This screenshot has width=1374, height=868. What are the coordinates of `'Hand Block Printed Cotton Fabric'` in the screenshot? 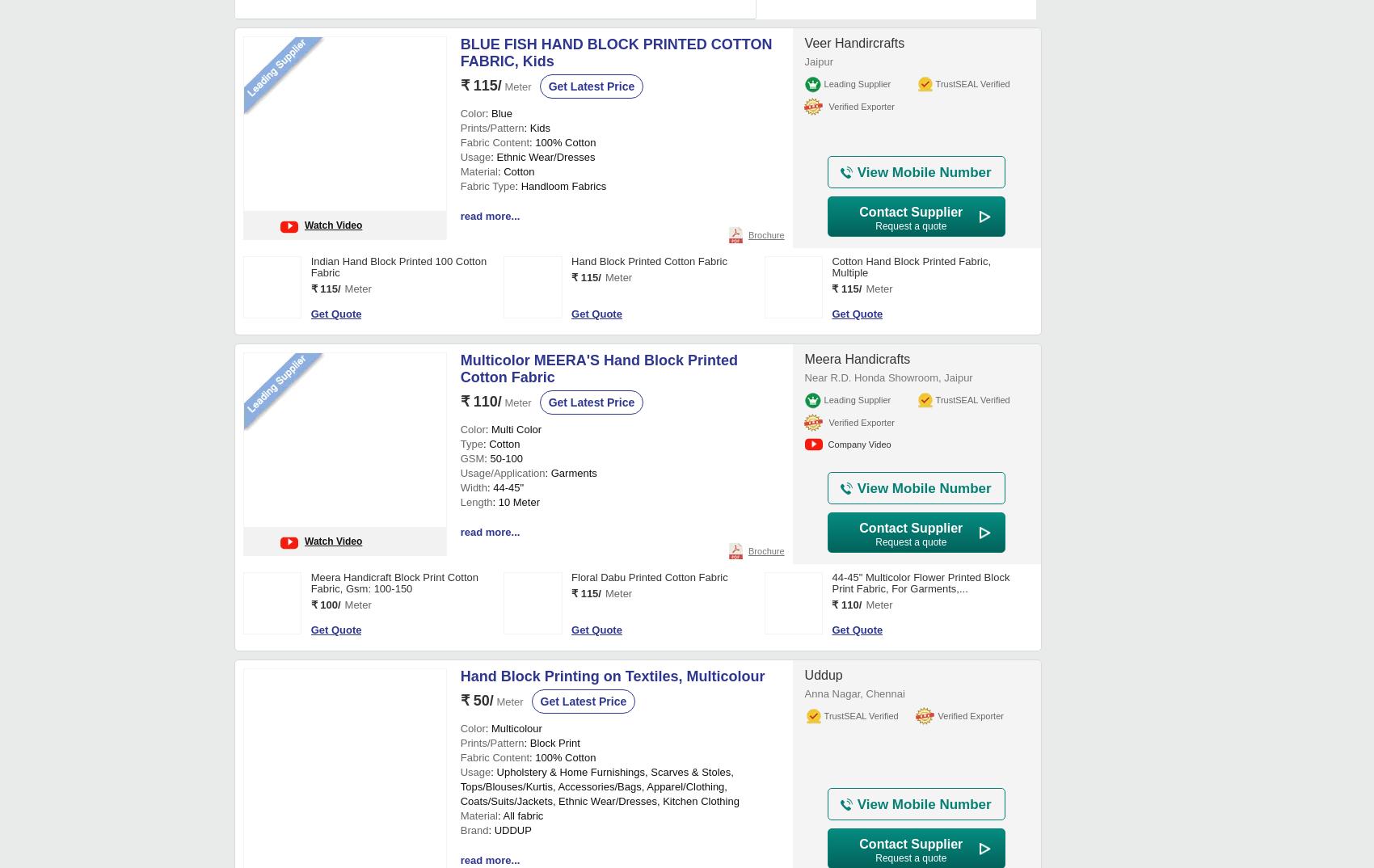 It's located at (571, 260).